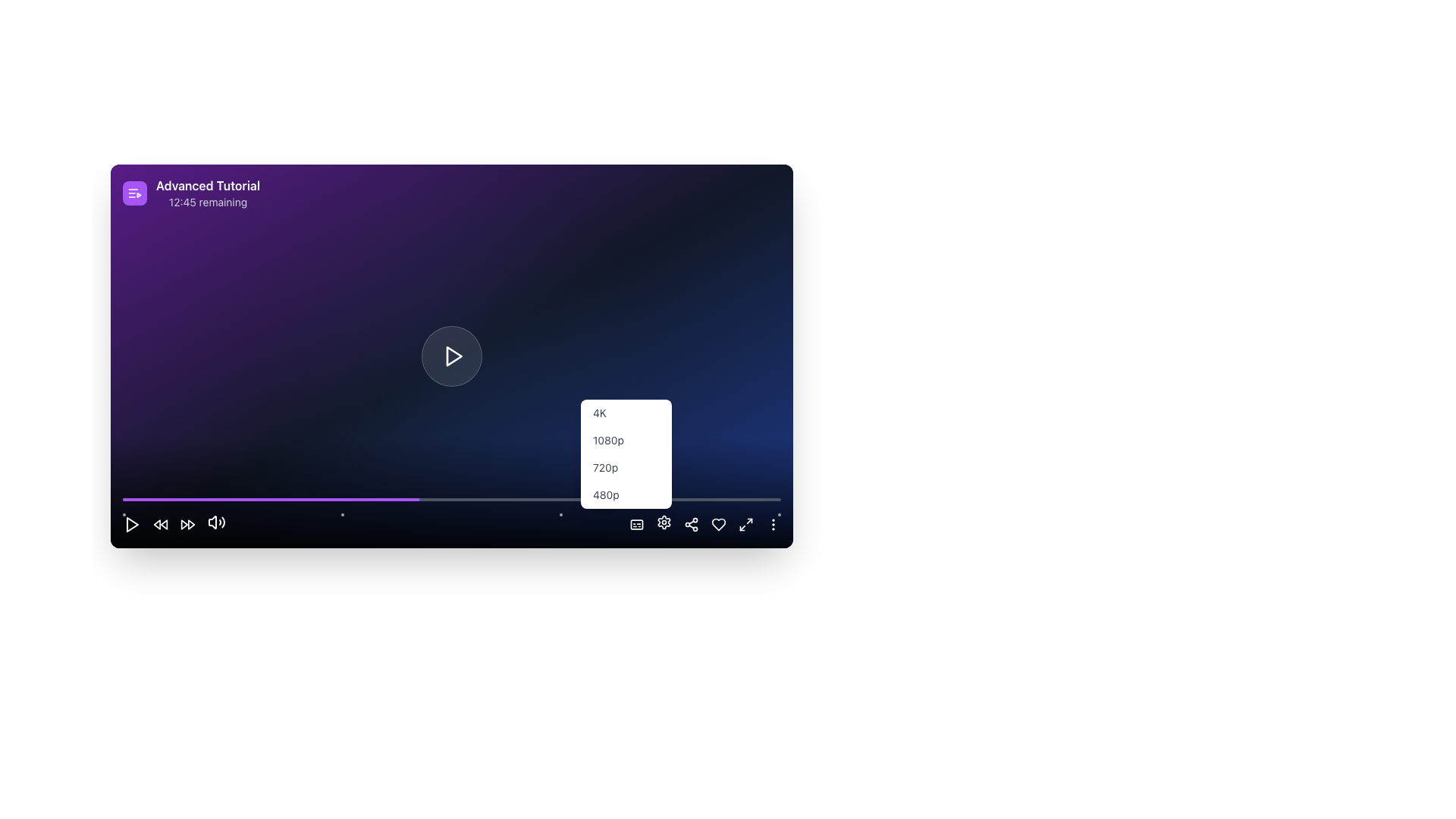 The width and height of the screenshot is (1456, 819). I want to click on the '4K' resolution button located at the top of the resolution options dropdown menu, so click(626, 413).